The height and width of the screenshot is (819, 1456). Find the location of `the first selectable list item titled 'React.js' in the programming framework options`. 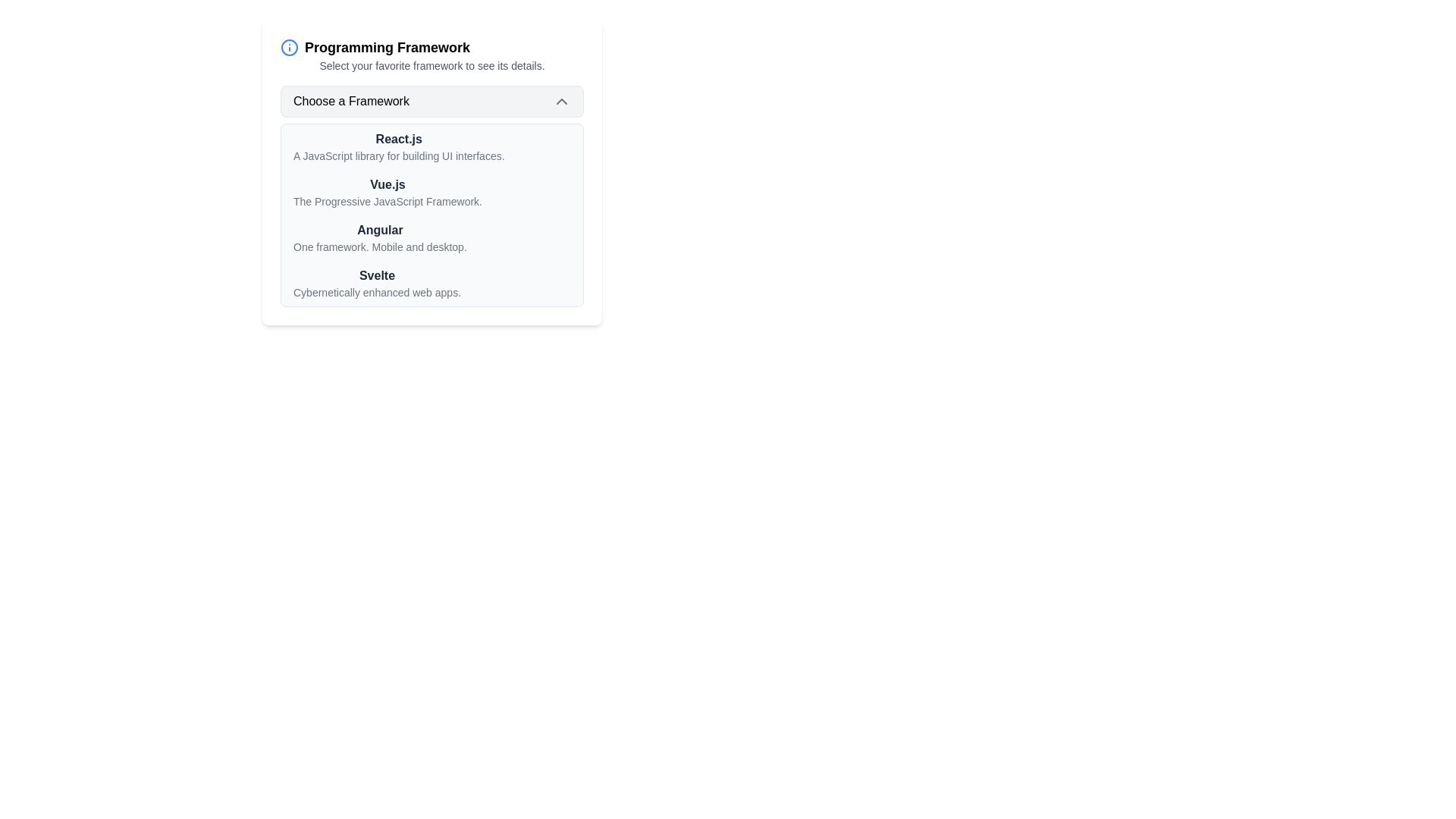

the first selectable list item titled 'React.js' in the programming framework options is located at coordinates (431, 146).